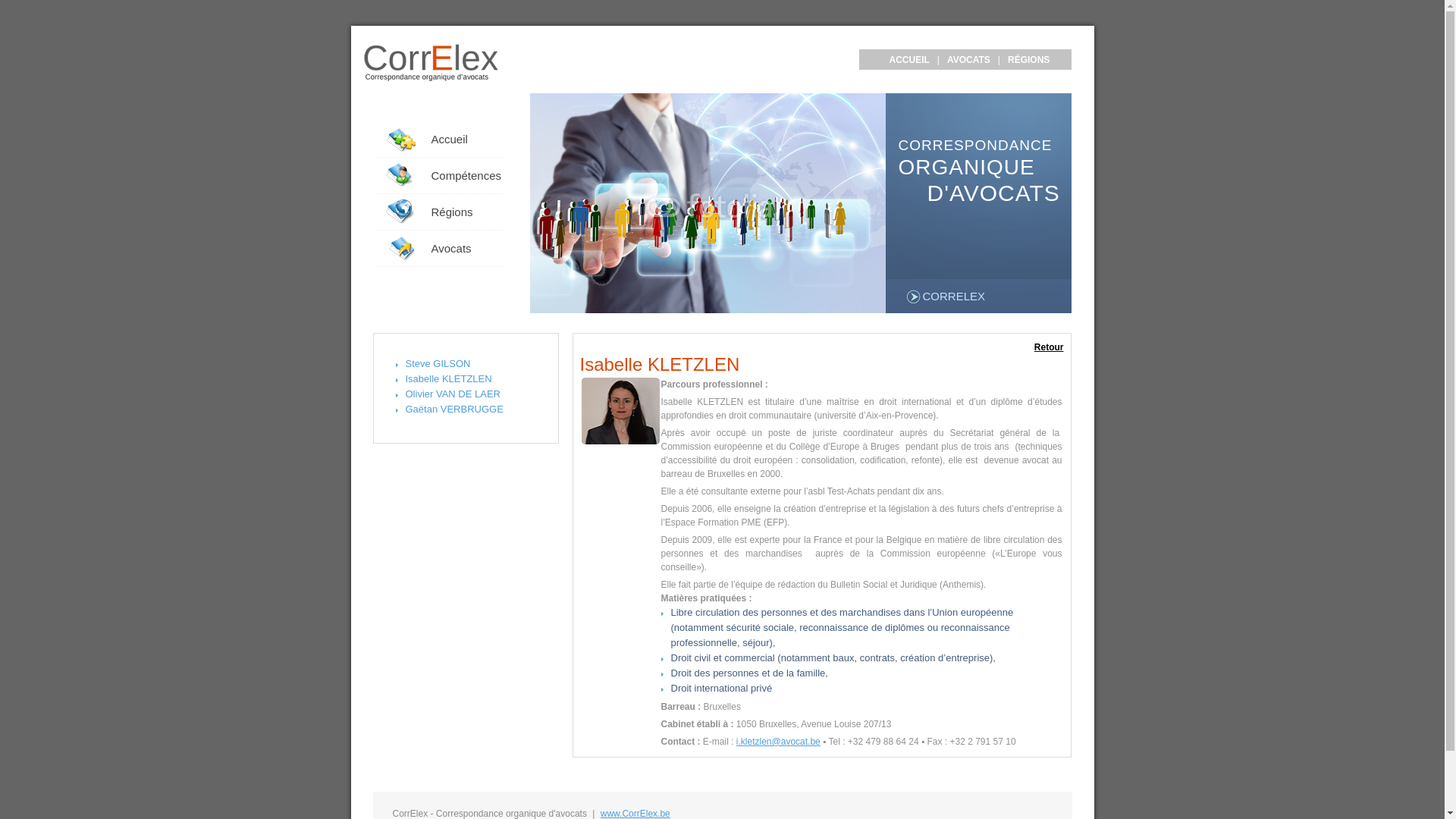 This screenshot has height=819, width=1456. Describe the element at coordinates (404, 378) in the screenshot. I see `'Isabelle KLETZLEN'` at that location.